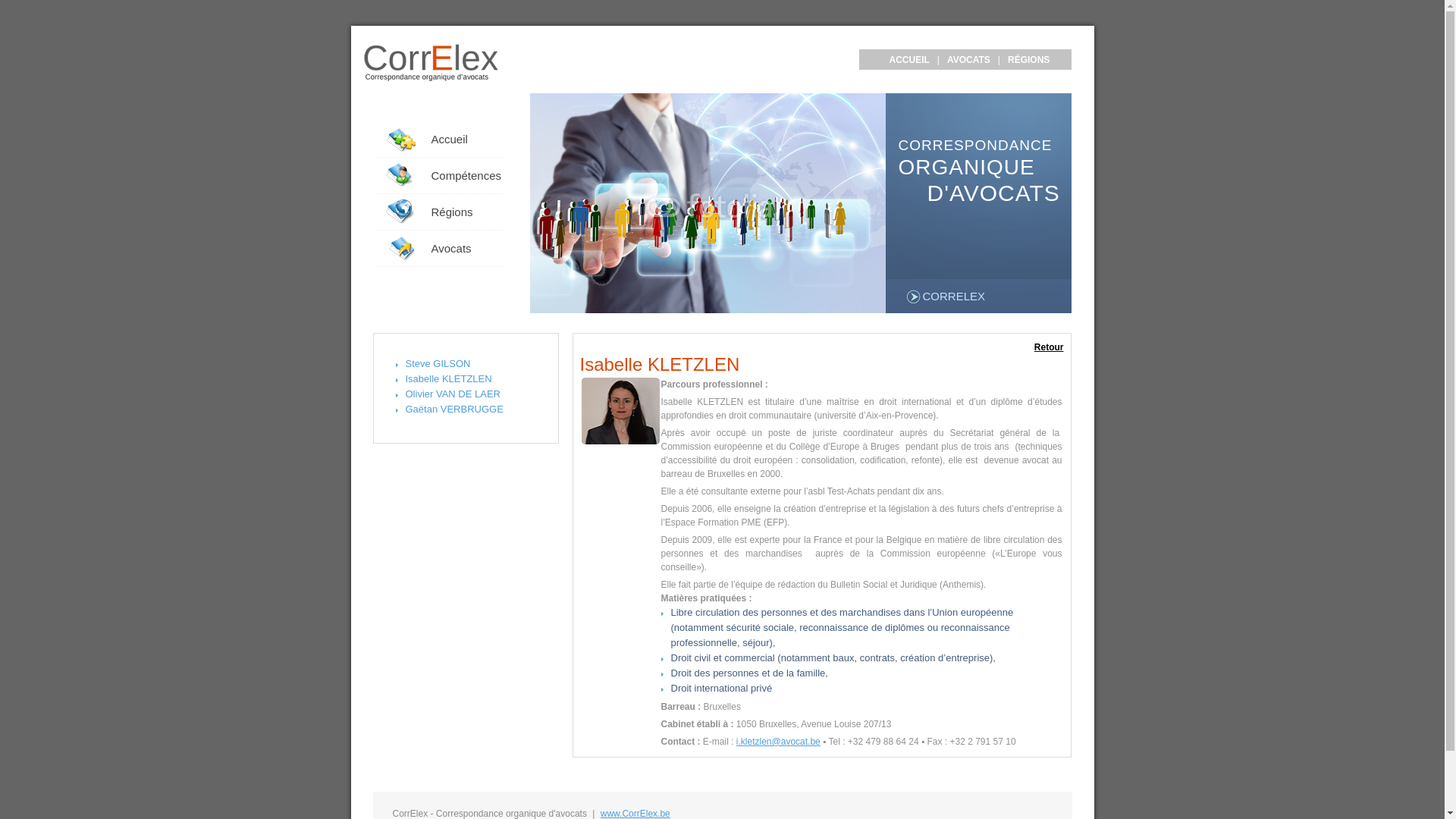 This screenshot has height=819, width=1456. Describe the element at coordinates (404, 378) in the screenshot. I see `'Isabelle KLETZLEN'` at that location.